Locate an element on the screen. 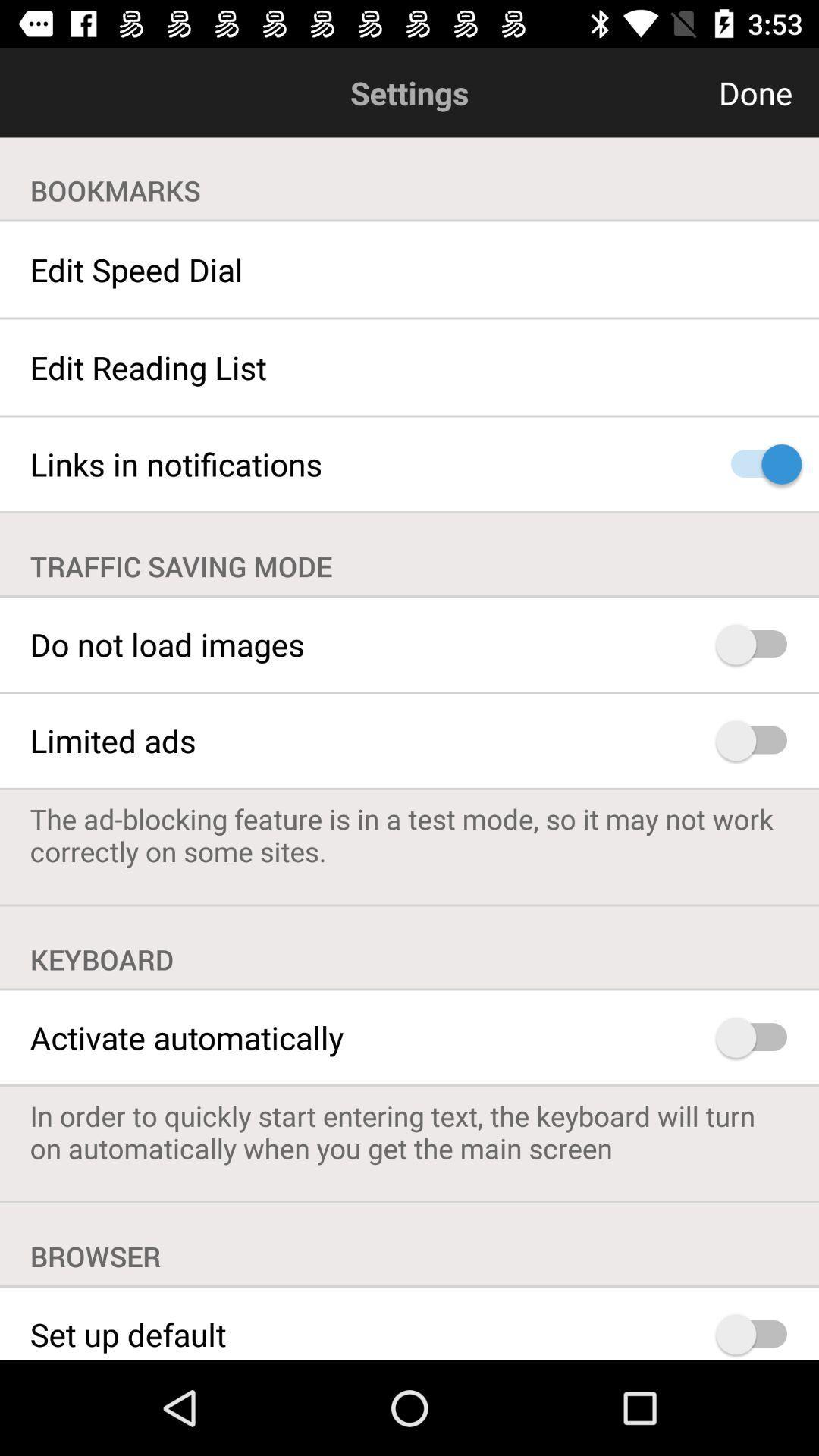 The image size is (819, 1456). icon above bookmarks icon is located at coordinates (681, 92).